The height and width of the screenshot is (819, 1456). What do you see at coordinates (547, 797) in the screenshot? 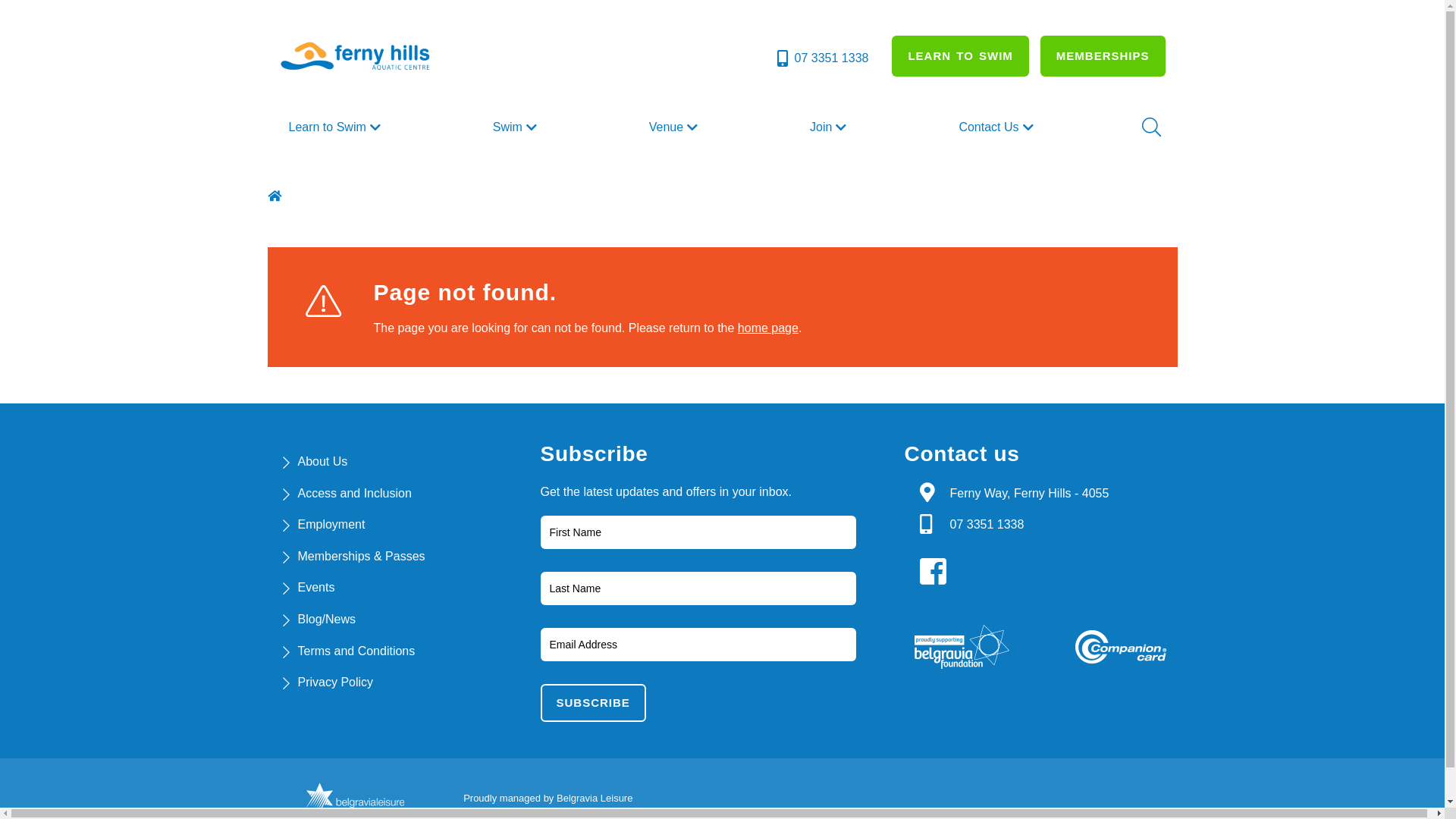
I see `'Proudly managed by Belgravia Leisure'` at bounding box center [547, 797].